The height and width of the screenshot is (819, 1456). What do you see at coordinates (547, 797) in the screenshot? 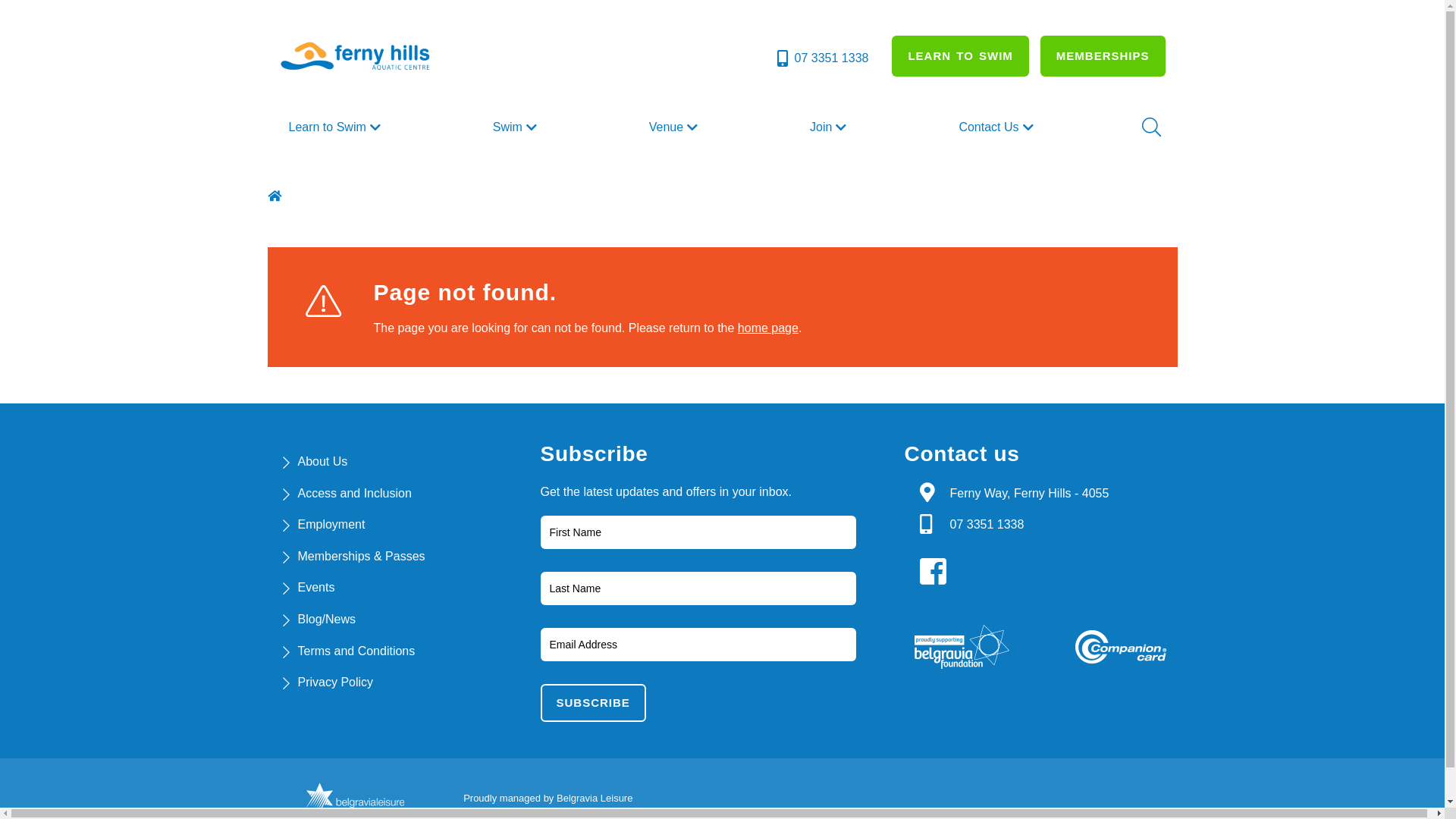
I see `'Proudly managed by Belgravia Leisure'` at bounding box center [547, 797].